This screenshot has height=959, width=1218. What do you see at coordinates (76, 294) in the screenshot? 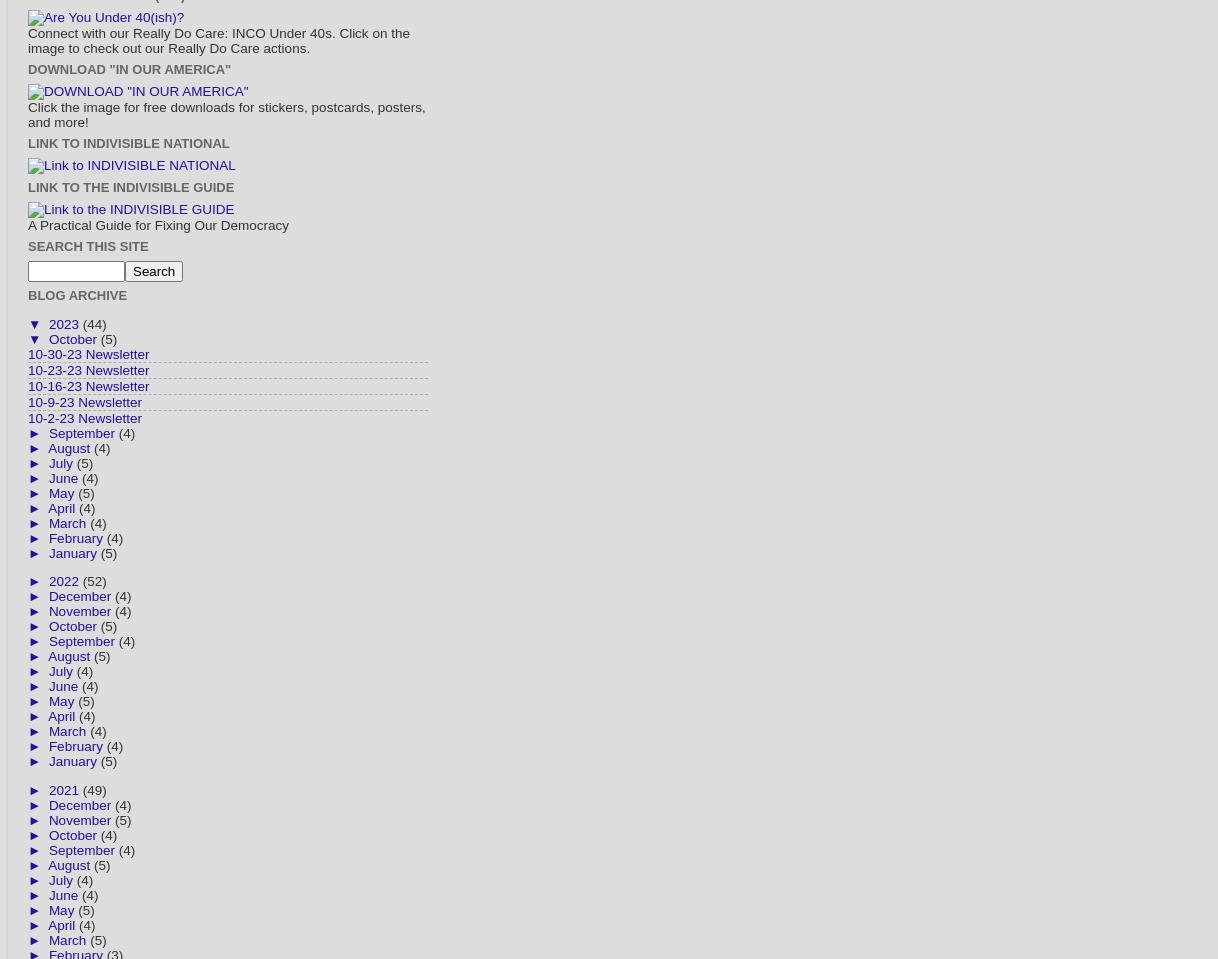
I see `'Blog Archive'` at bounding box center [76, 294].